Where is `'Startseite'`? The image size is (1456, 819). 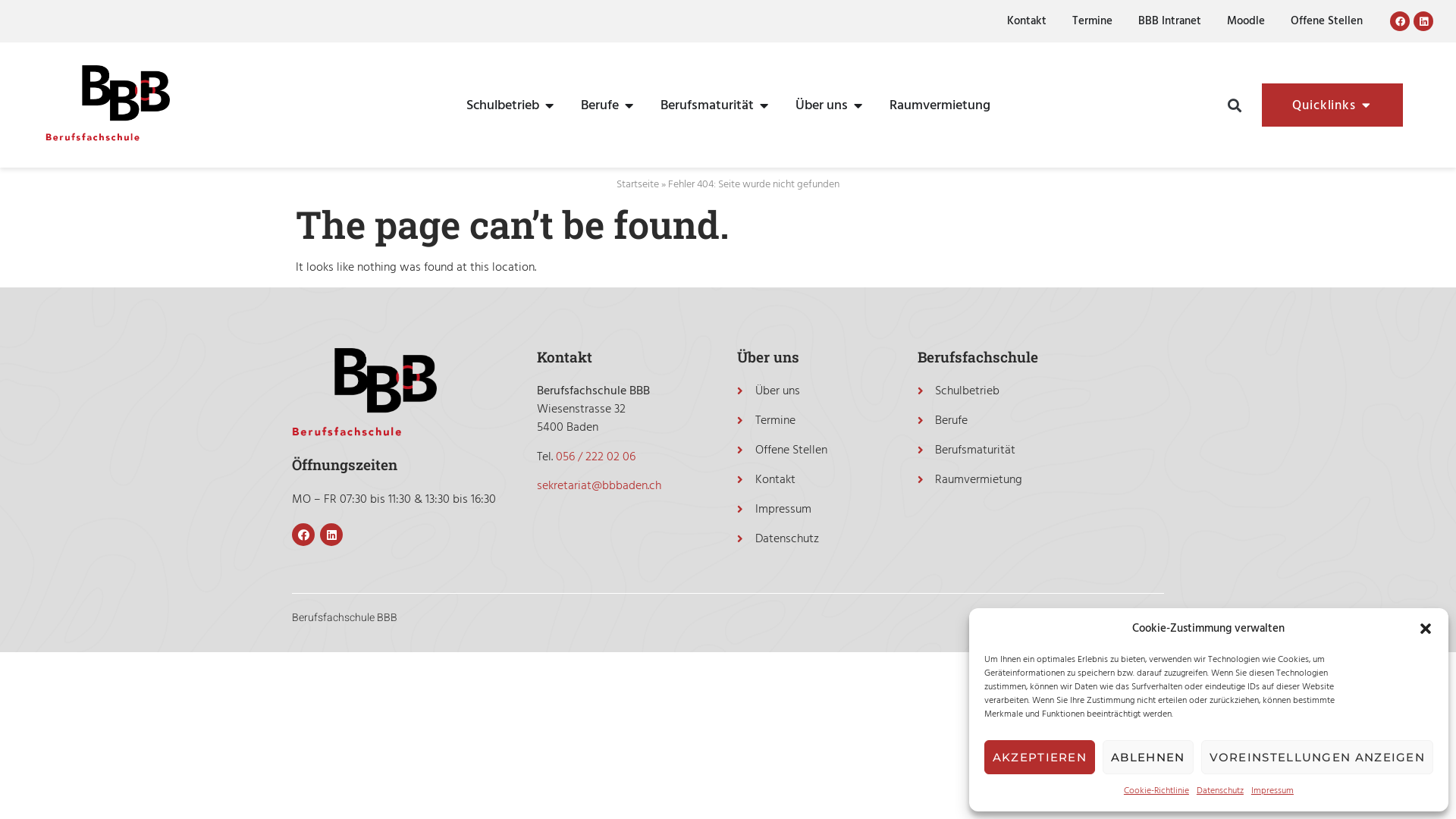
'Startseite' is located at coordinates (616, 184).